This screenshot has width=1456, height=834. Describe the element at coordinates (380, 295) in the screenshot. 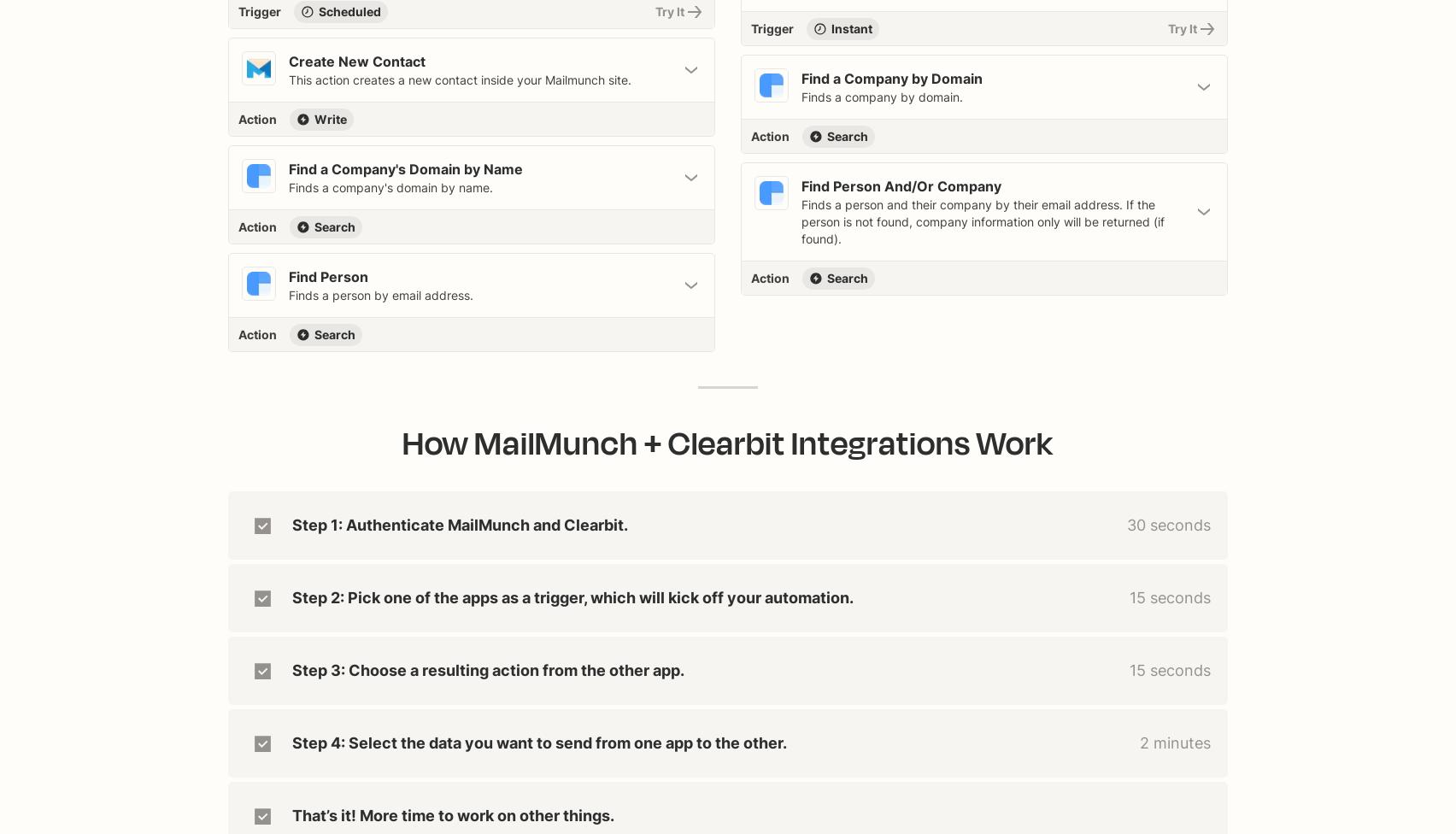

I see `'Finds a person by email address.'` at that location.